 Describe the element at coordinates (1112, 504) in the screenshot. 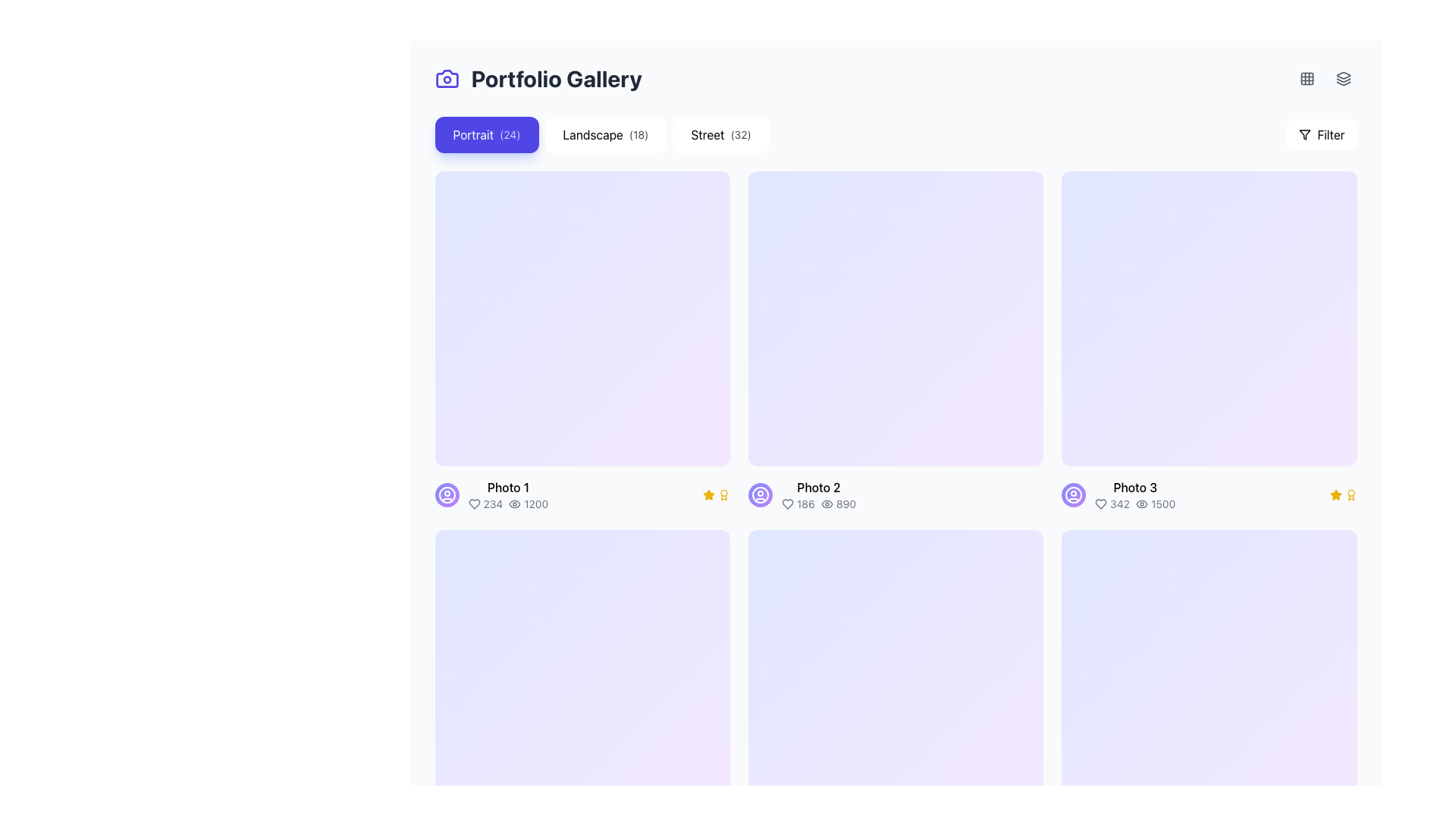

I see `the numeric value '342' displayed next to the heart icon` at that location.